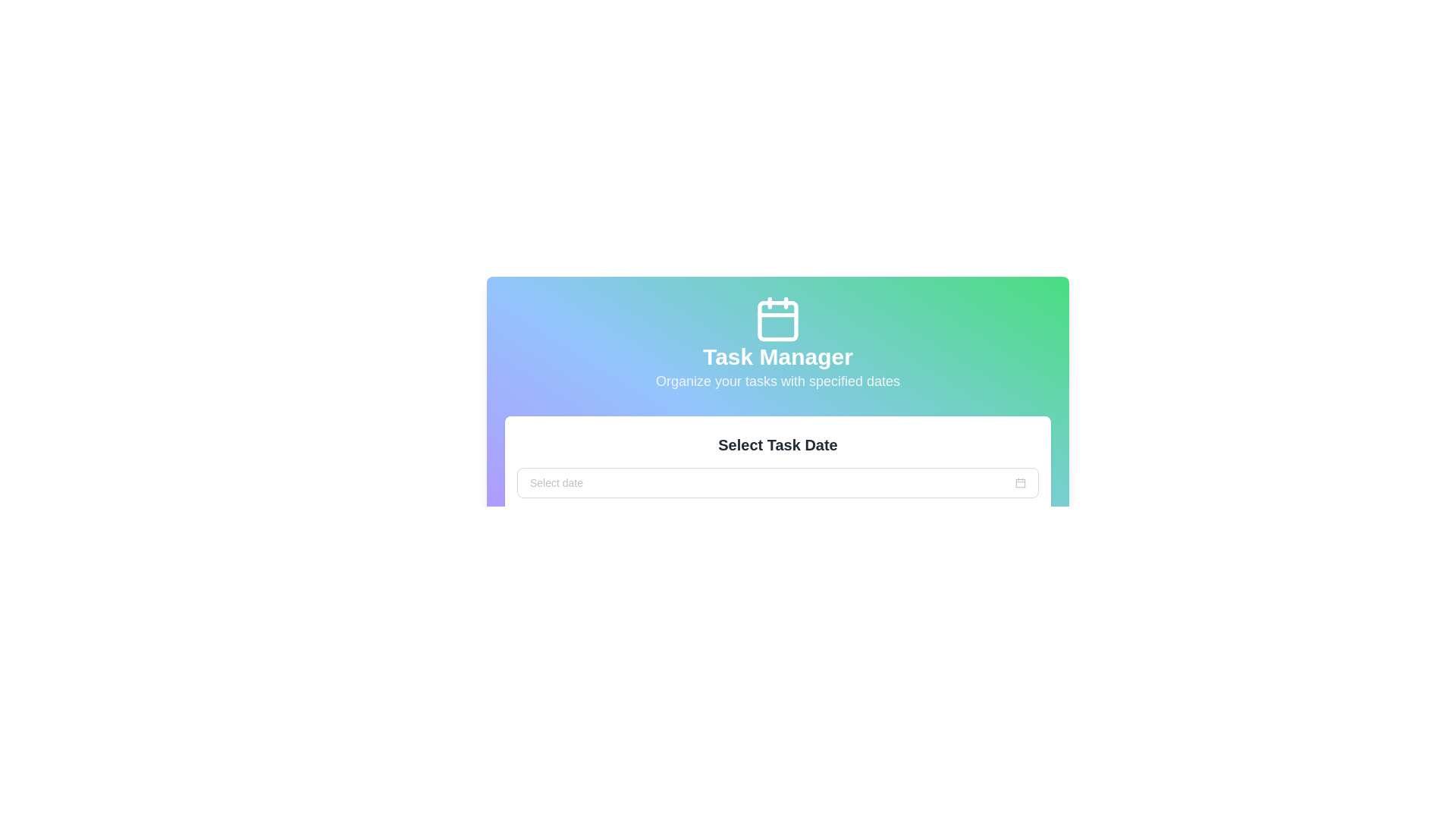 This screenshot has height=819, width=1456. Describe the element at coordinates (1020, 482) in the screenshot. I see `the calendar icon located to the right of the 'Select date' text input field within the 'Select Task Date' panel` at that location.